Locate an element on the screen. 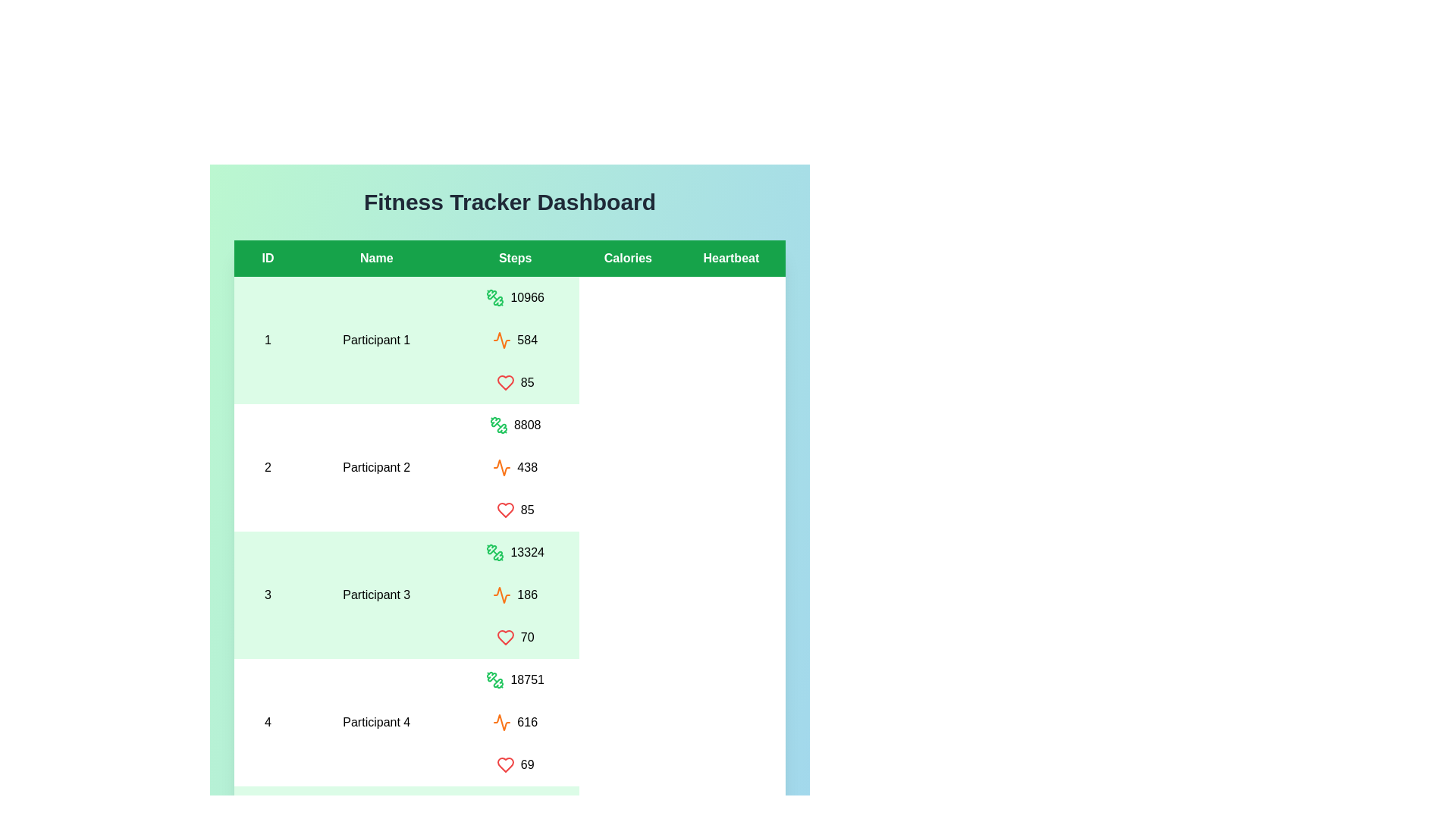 The image size is (1456, 819). the row corresponding to participant 4 is located at coordinates (510, 721).